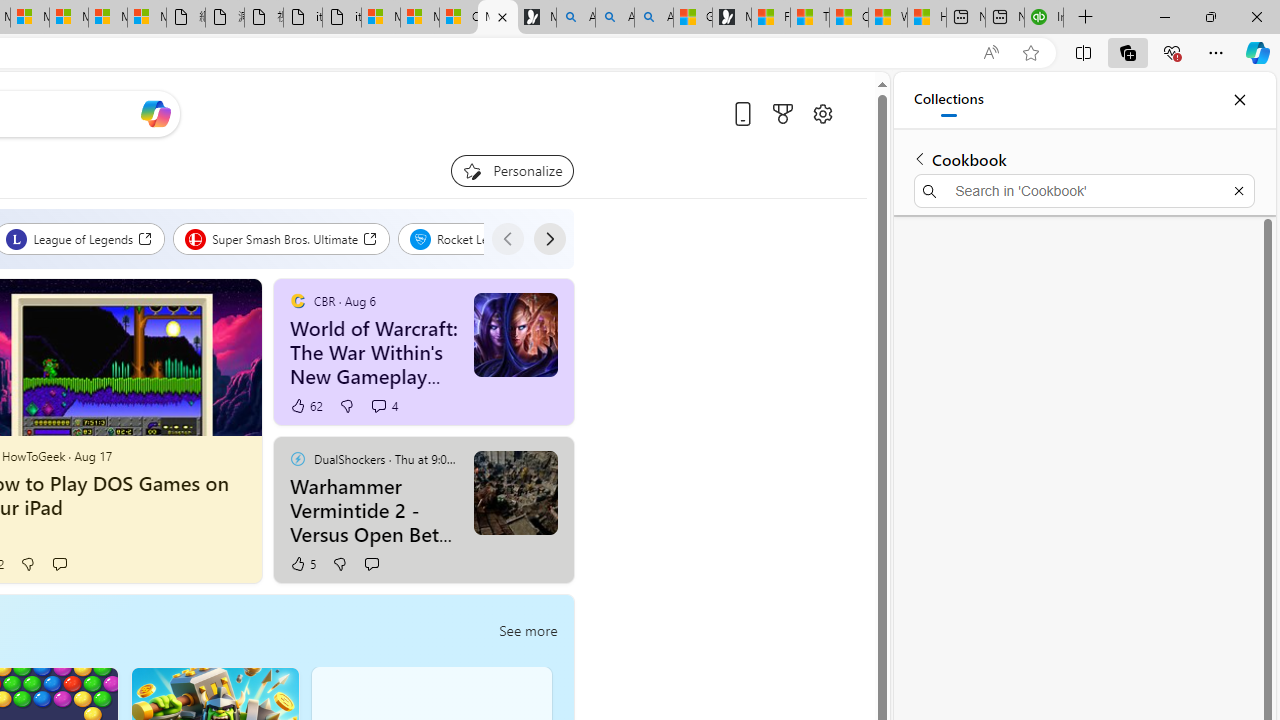 This screenshot has height=720, width=1280. I want to click on 'Back to list of collections', so click(919, 158).